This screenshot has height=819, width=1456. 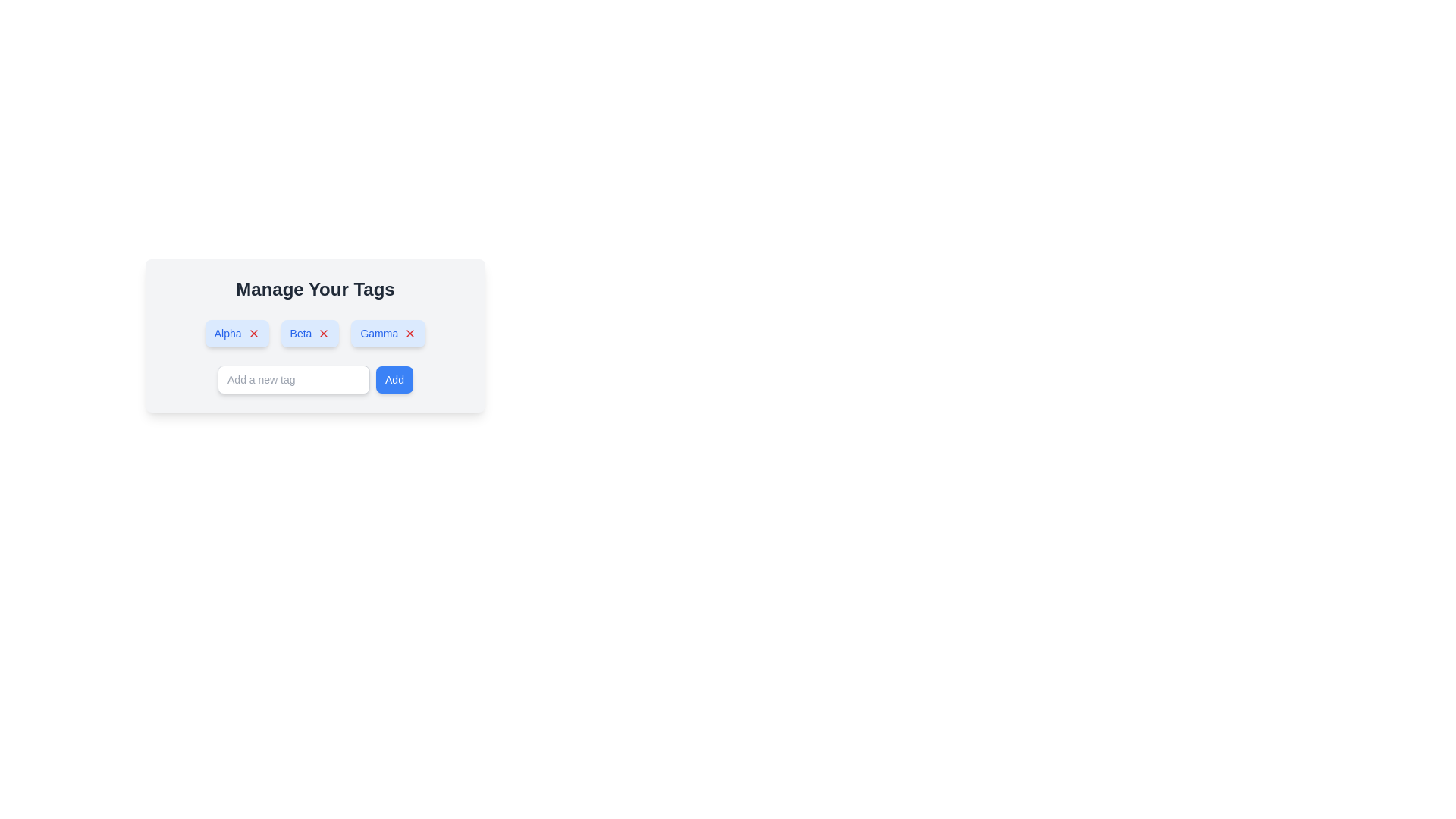 What do you see at coordinates (309, 332) in the screenshot?
I see `on the rectangular tag labeled 'Beta' with a blue background and a red 'X' icon` at bounding box center [309, 332].